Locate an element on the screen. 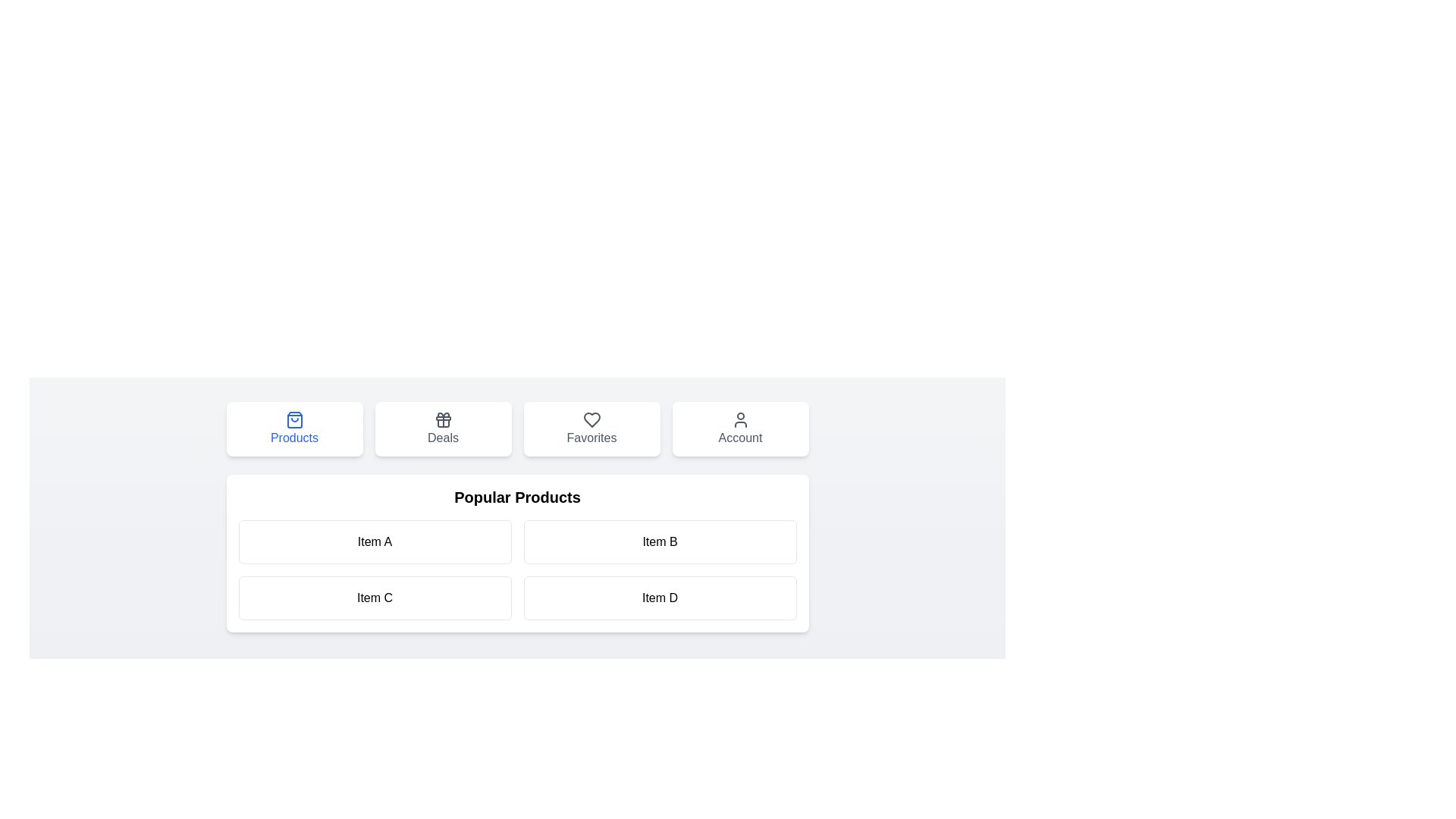 This screenshot has width=1456, height=819. the tab labeled Deals is located at coordinates (442, 429).